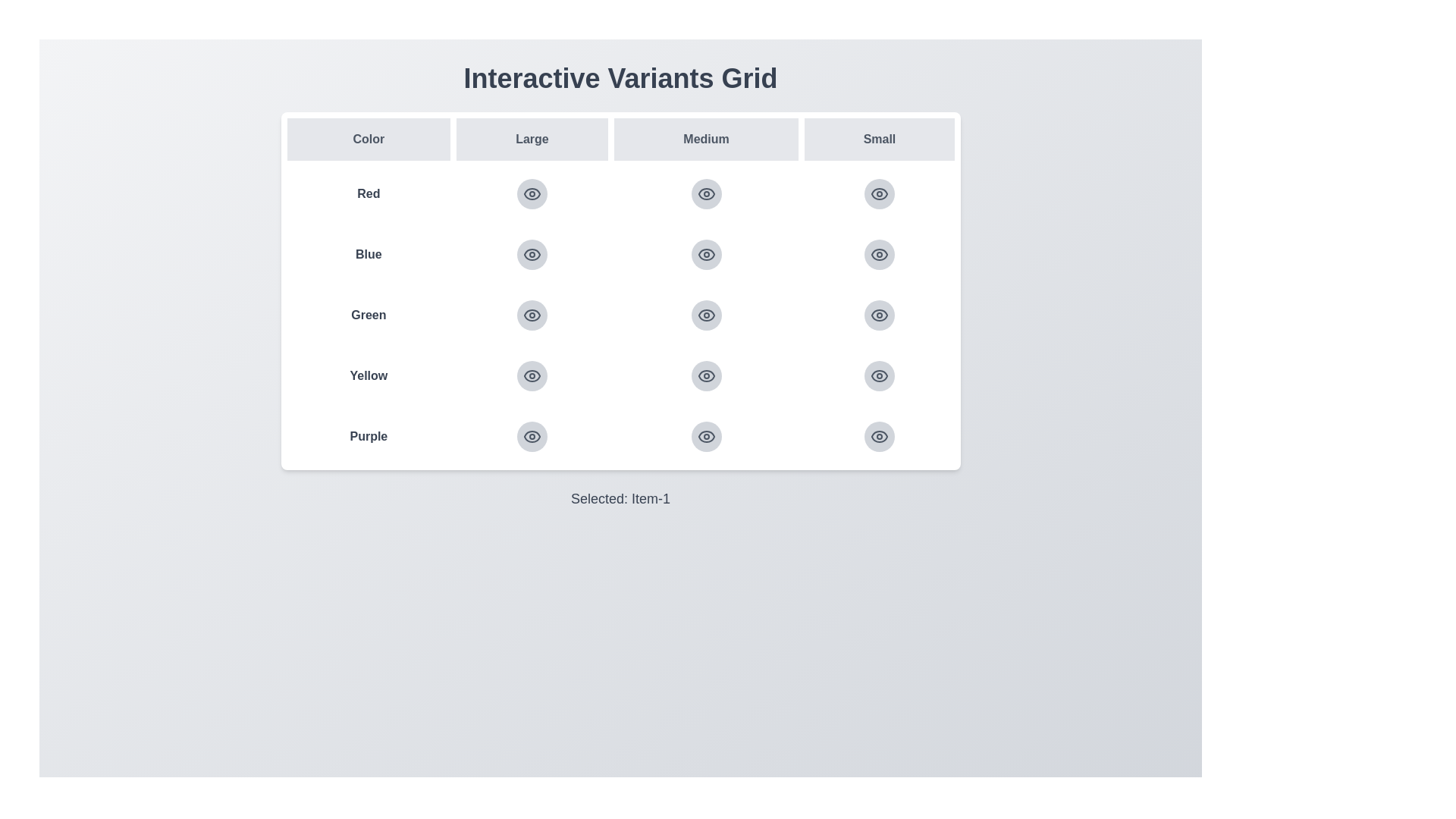 This screenshot has width=1456, height=819. Describe the element at coordinates (532, 315) in the screenshot. I see `the circular button with a light gray background and dark gray eye icon located in the grid under the 'Green' label in the 'Large' column` at that location.